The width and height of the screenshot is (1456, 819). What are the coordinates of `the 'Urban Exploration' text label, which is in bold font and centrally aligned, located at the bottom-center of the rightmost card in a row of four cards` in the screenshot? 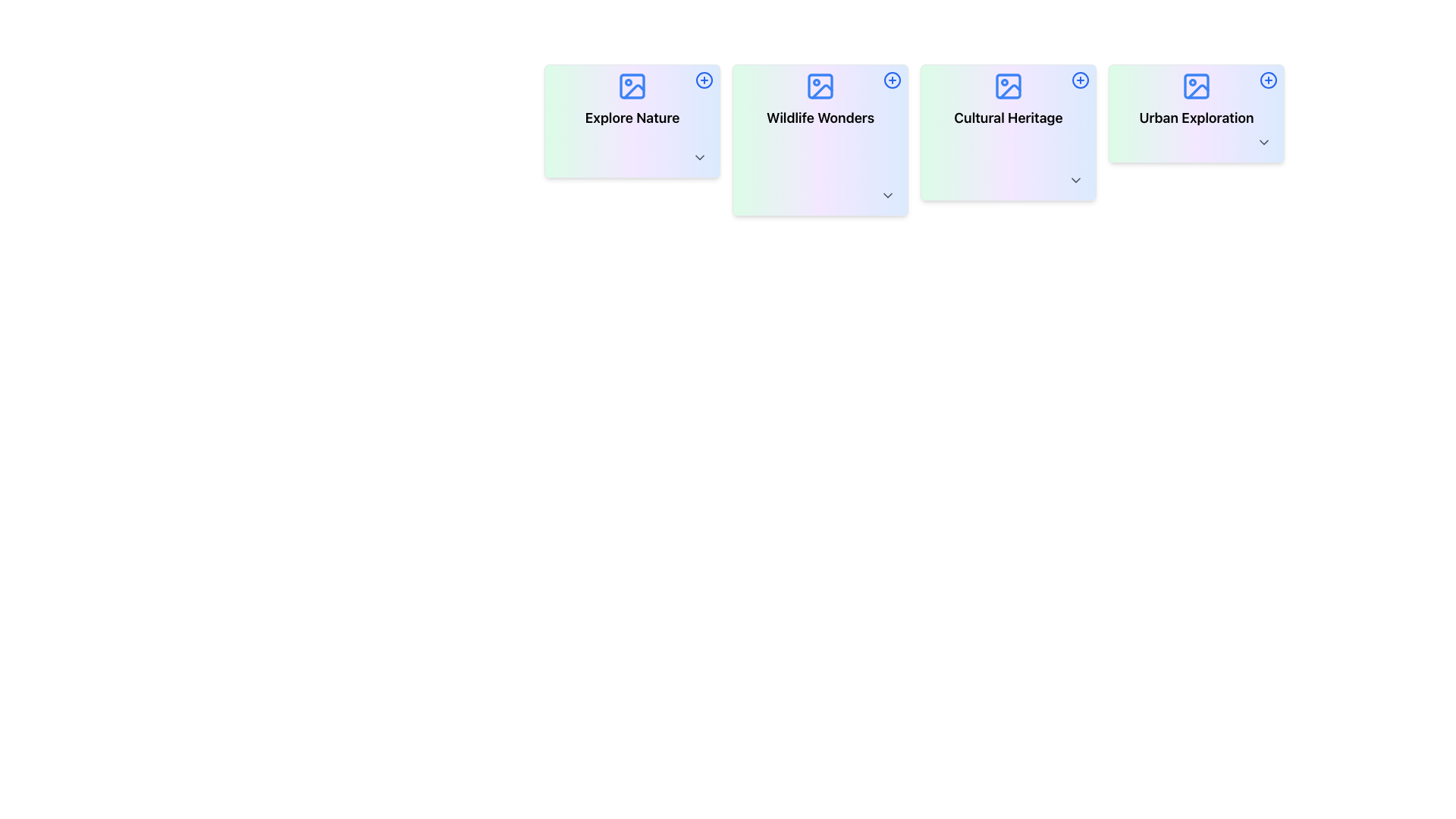 It's located at (1196, 117).